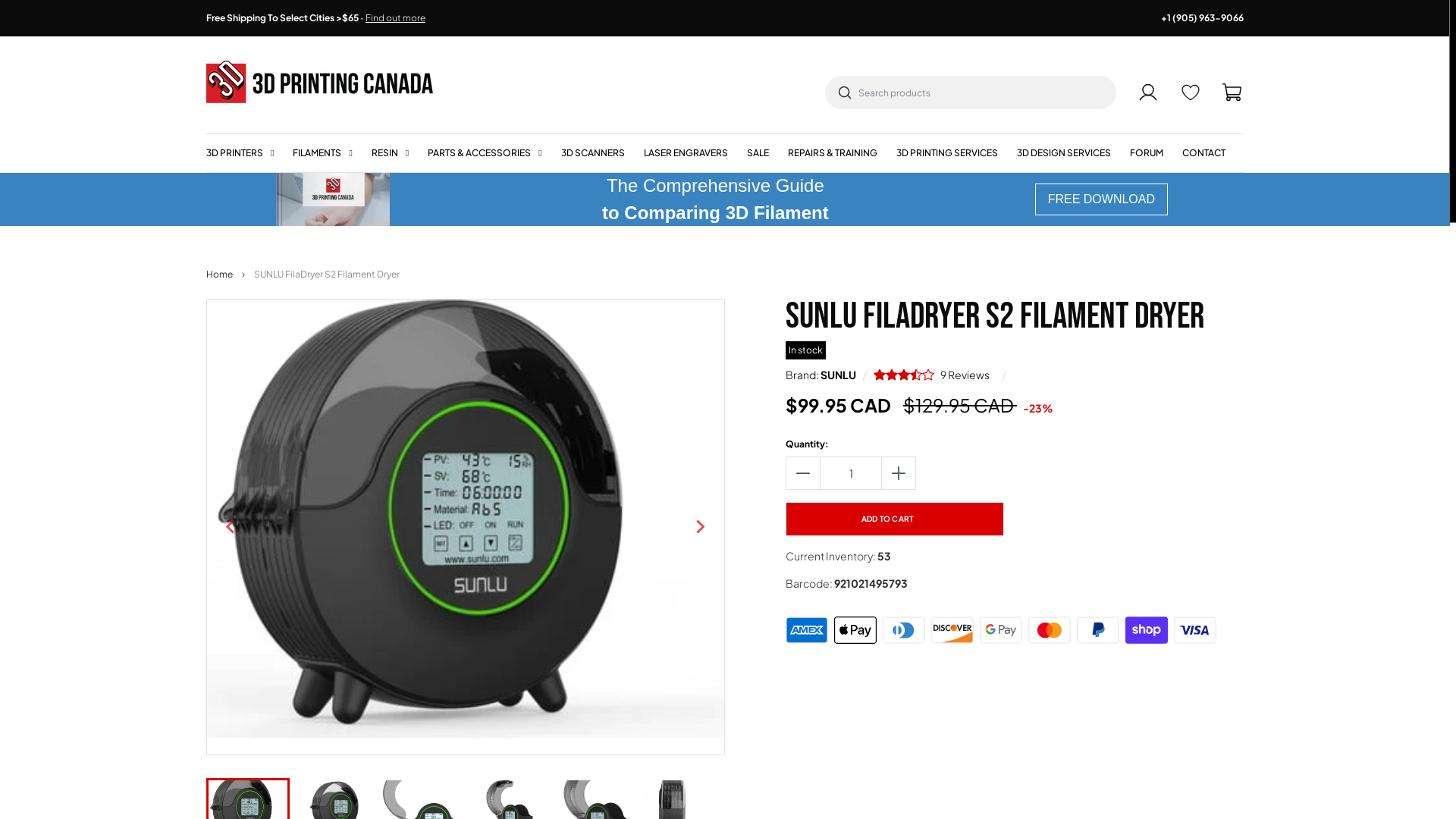 Image resolution: width=1456 pixels, height=819 pixels. I want to click on 'FORUM', so click(1147, 152).